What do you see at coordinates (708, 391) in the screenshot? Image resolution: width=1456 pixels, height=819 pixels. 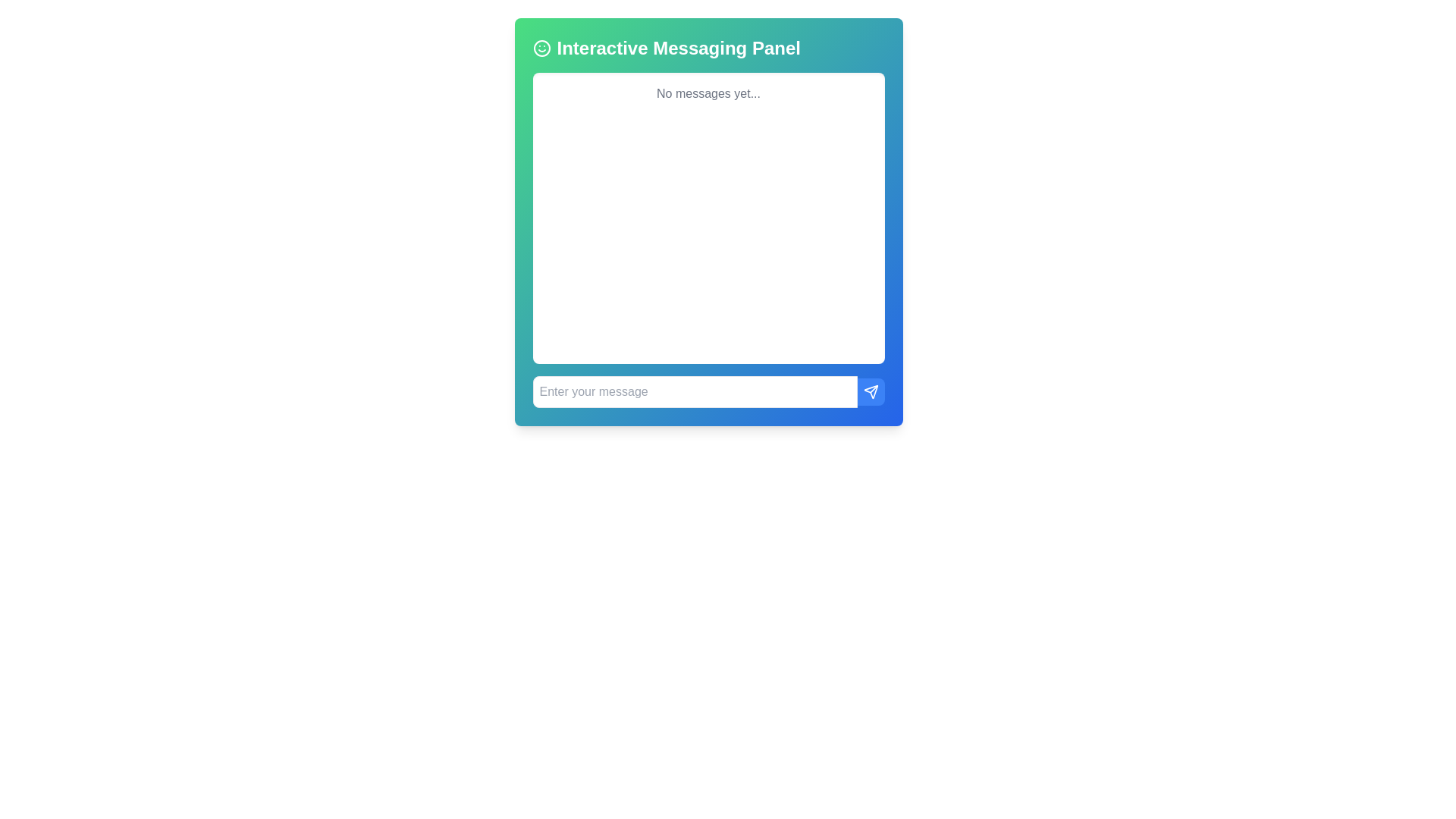 I see `the input field of the messaging panel` at bounding box center [708, 391].